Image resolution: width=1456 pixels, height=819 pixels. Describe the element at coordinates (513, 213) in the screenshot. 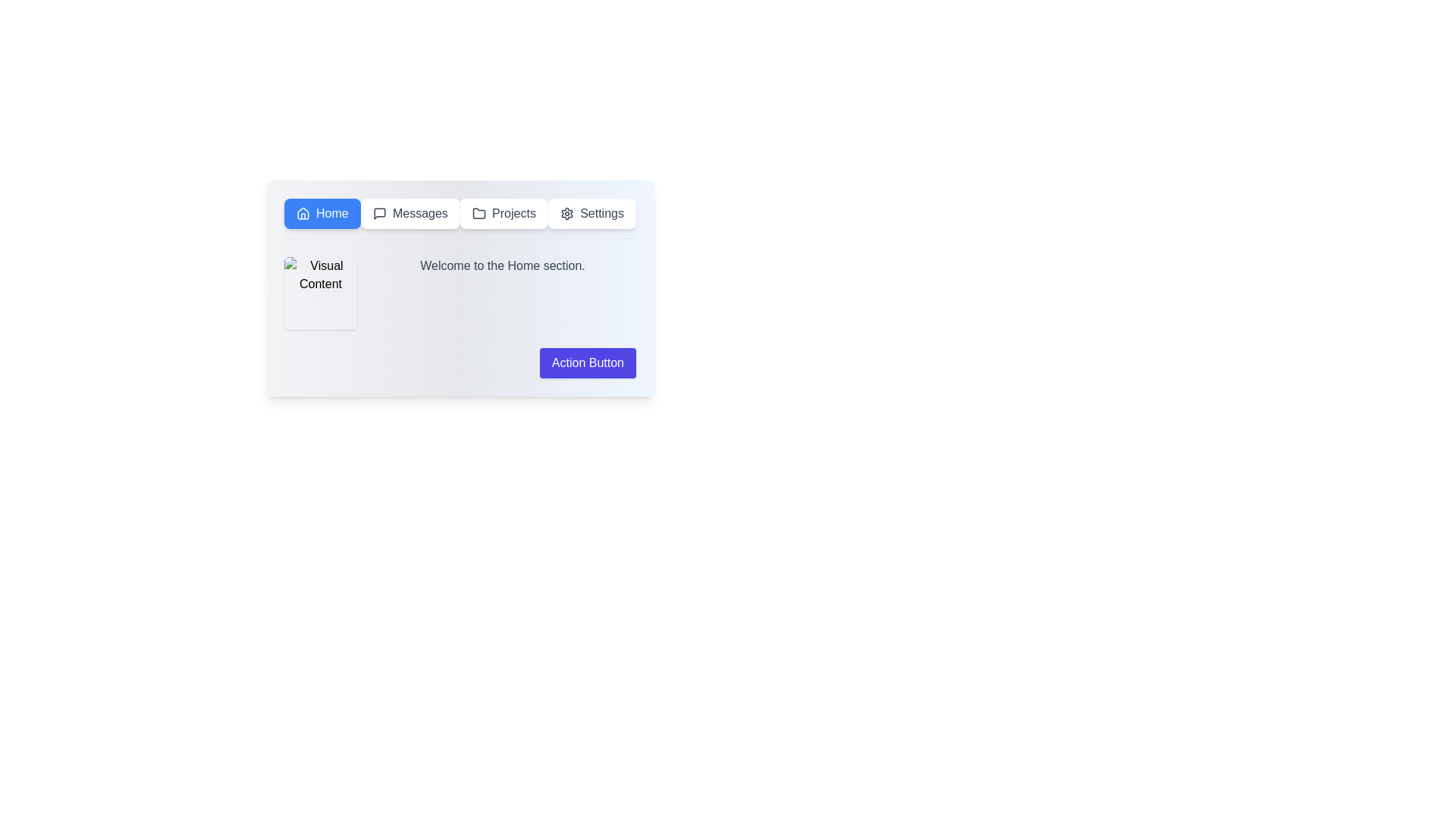

I see `the text label reading 'Projects' which is styled in dark gray and is positioned in the navigation row at the top-center of the interface` at that location.